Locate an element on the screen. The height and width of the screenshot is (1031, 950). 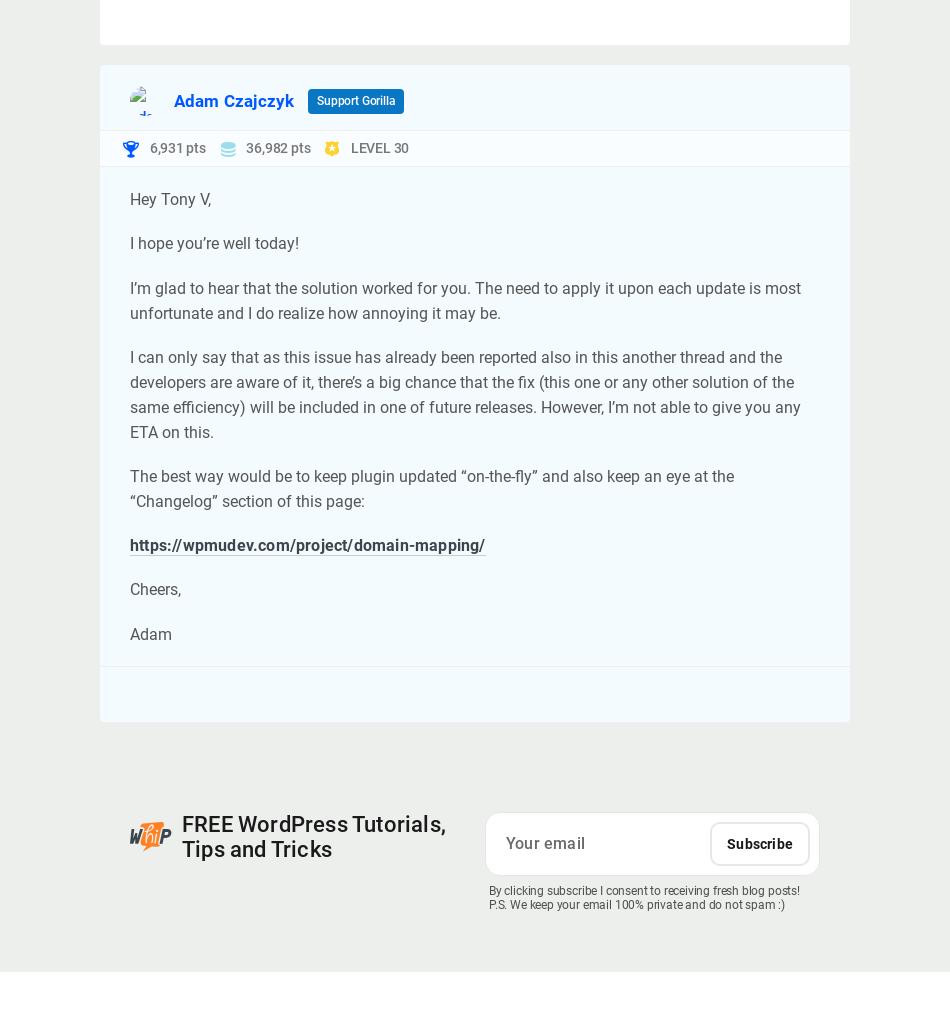
'Adam Czajczyk' is located at coordinates (233, 100).